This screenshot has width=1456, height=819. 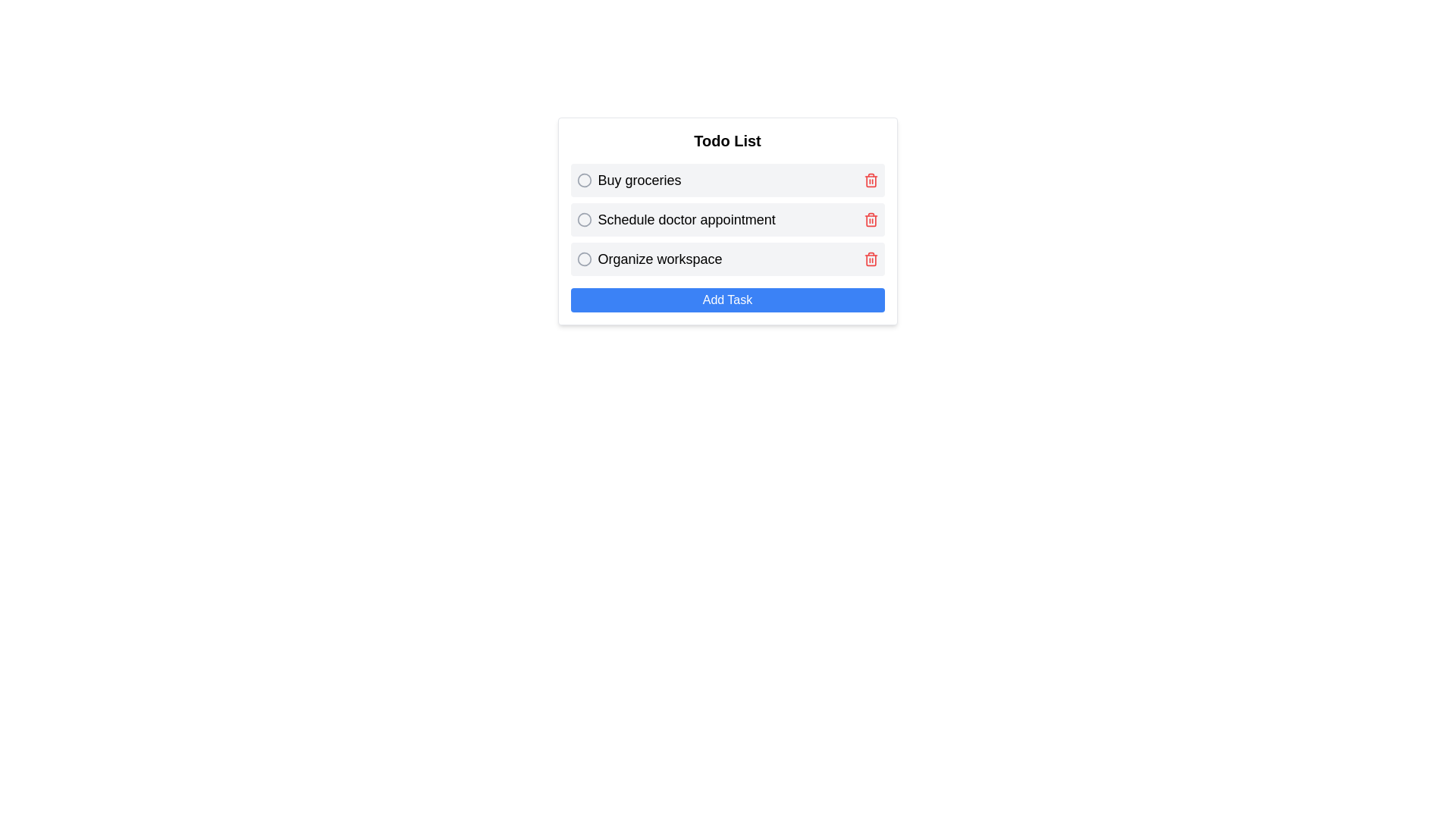 I want to click on the circular checkbox that is the third in the vertical list, located to the left of the 'Organize workspace' text, so click(x=583, y=259).